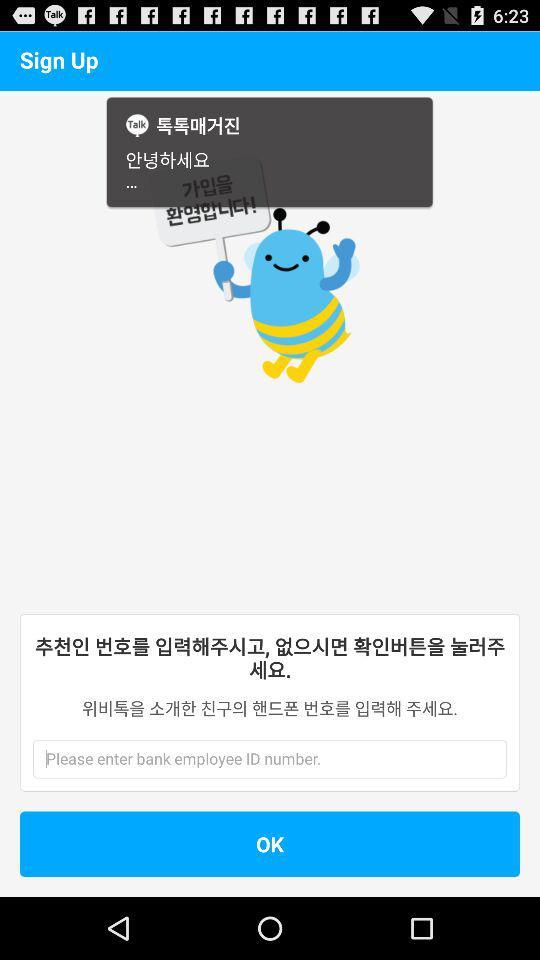  What do you see at coordinates (249, 758) in the screenshot?
I see `employee id number` at bounding box center [249, 758].